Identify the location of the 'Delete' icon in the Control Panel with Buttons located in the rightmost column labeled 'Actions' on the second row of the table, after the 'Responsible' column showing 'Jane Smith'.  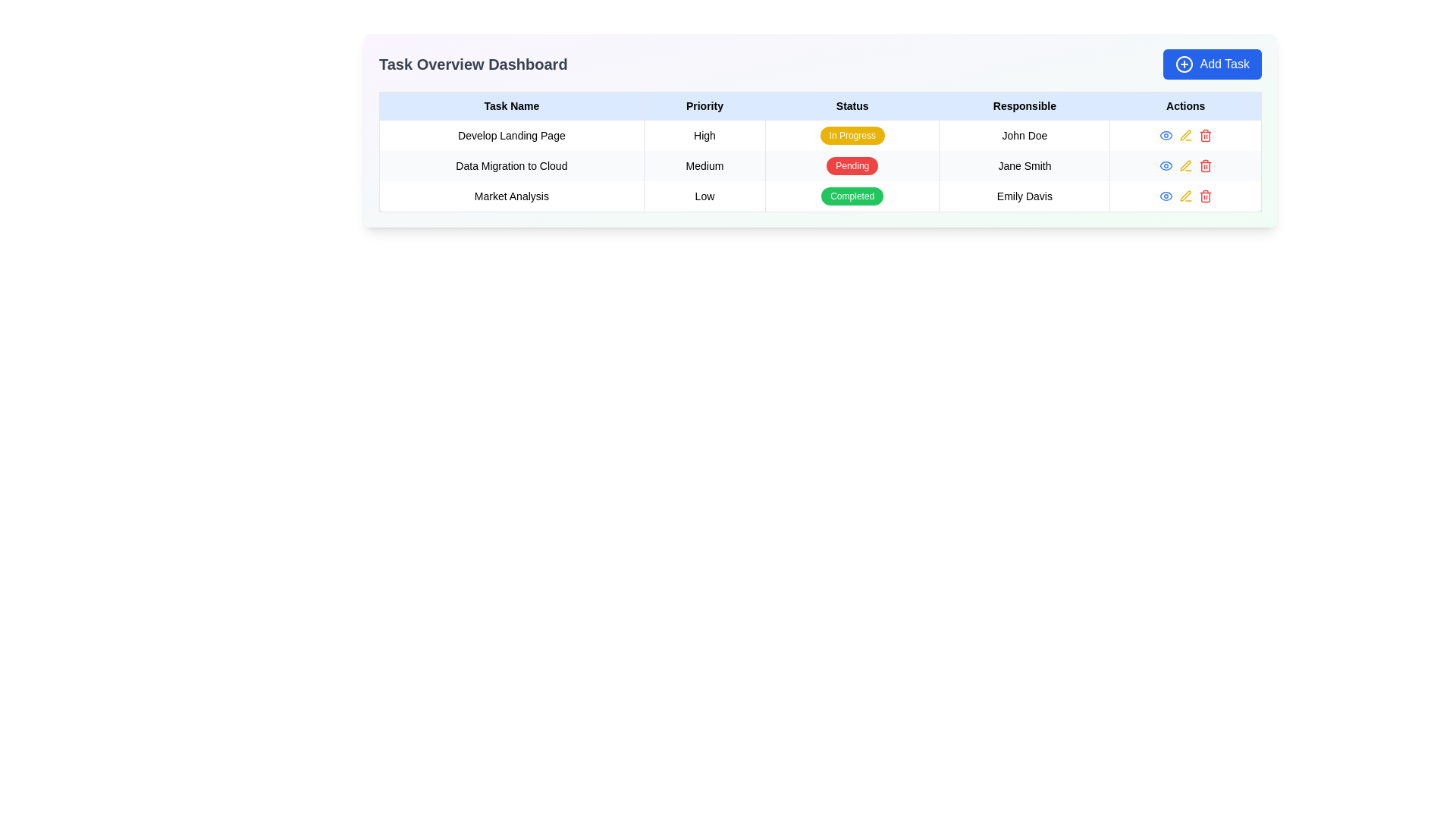
(1185, 166).